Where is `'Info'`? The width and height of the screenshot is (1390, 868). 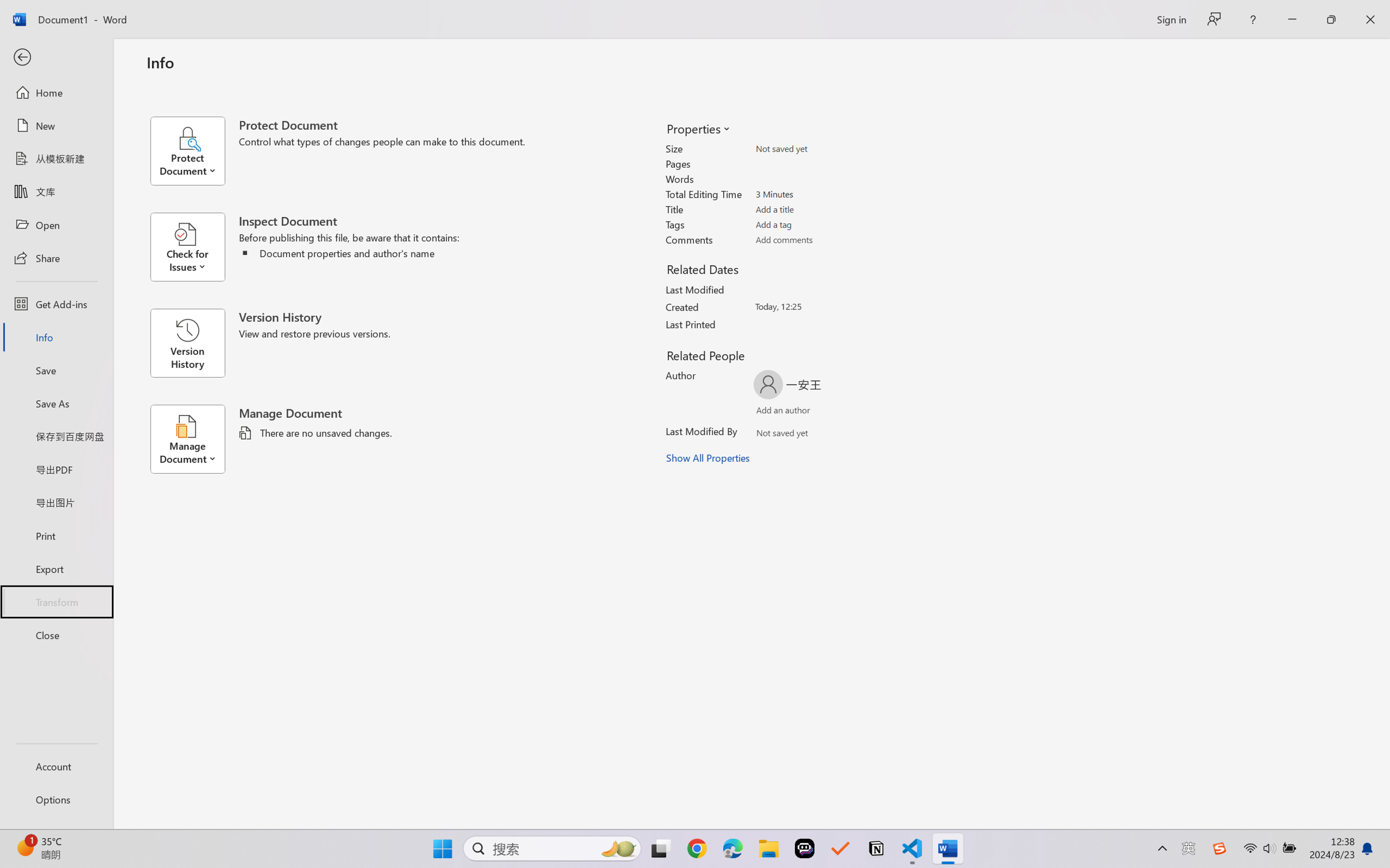 'Info' is located at coordinates (56, 336).